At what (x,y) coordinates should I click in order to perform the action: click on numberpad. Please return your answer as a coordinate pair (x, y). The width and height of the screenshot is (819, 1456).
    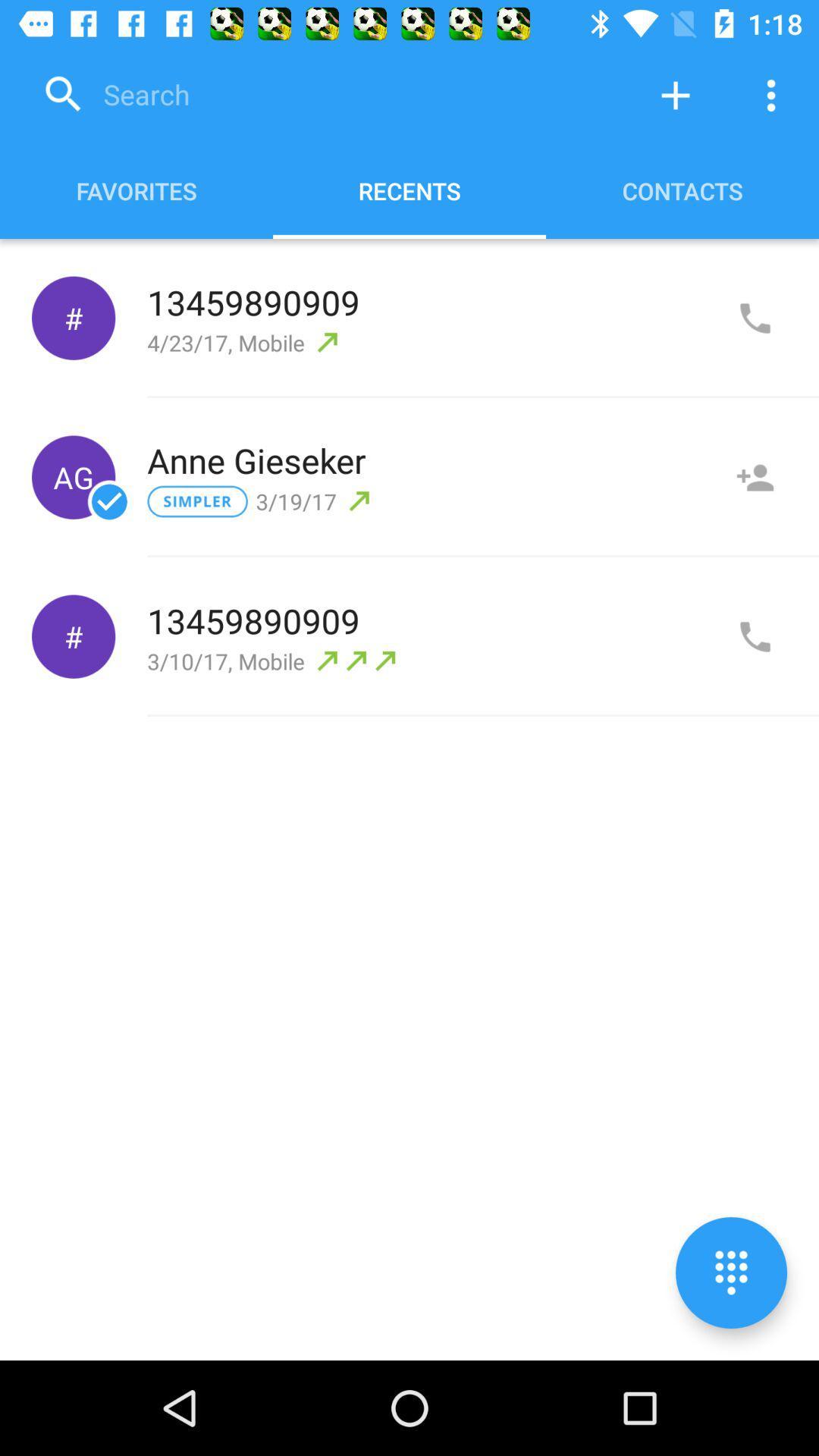
    Looking at the image, I should click on (730, 1272).